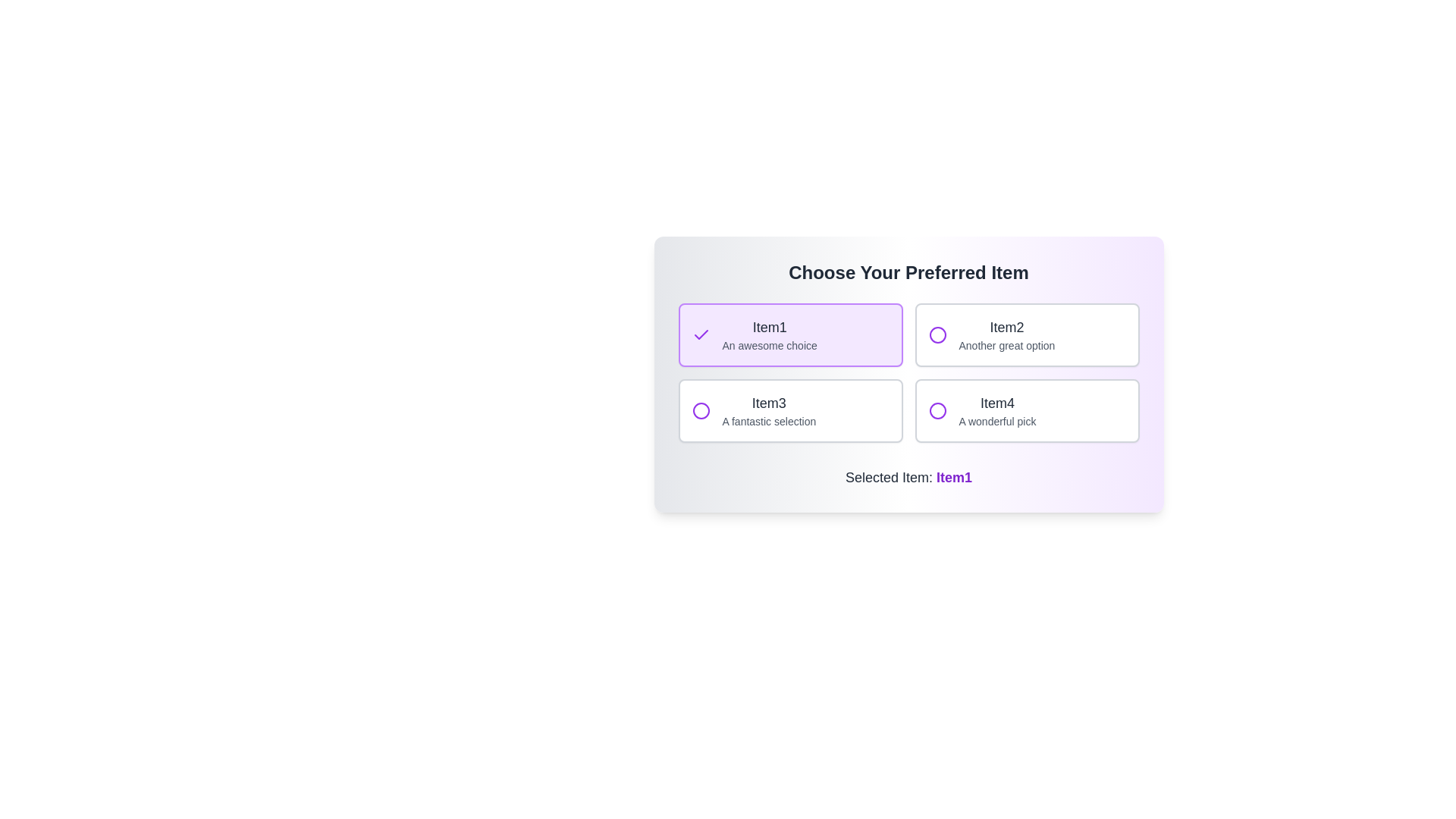  Describe the element at coordinates (789, 411) in the screenshot. I see `the radio button labeled 'Item3' which has a circular icon and subtext 'A fantastic selection'` at that location.